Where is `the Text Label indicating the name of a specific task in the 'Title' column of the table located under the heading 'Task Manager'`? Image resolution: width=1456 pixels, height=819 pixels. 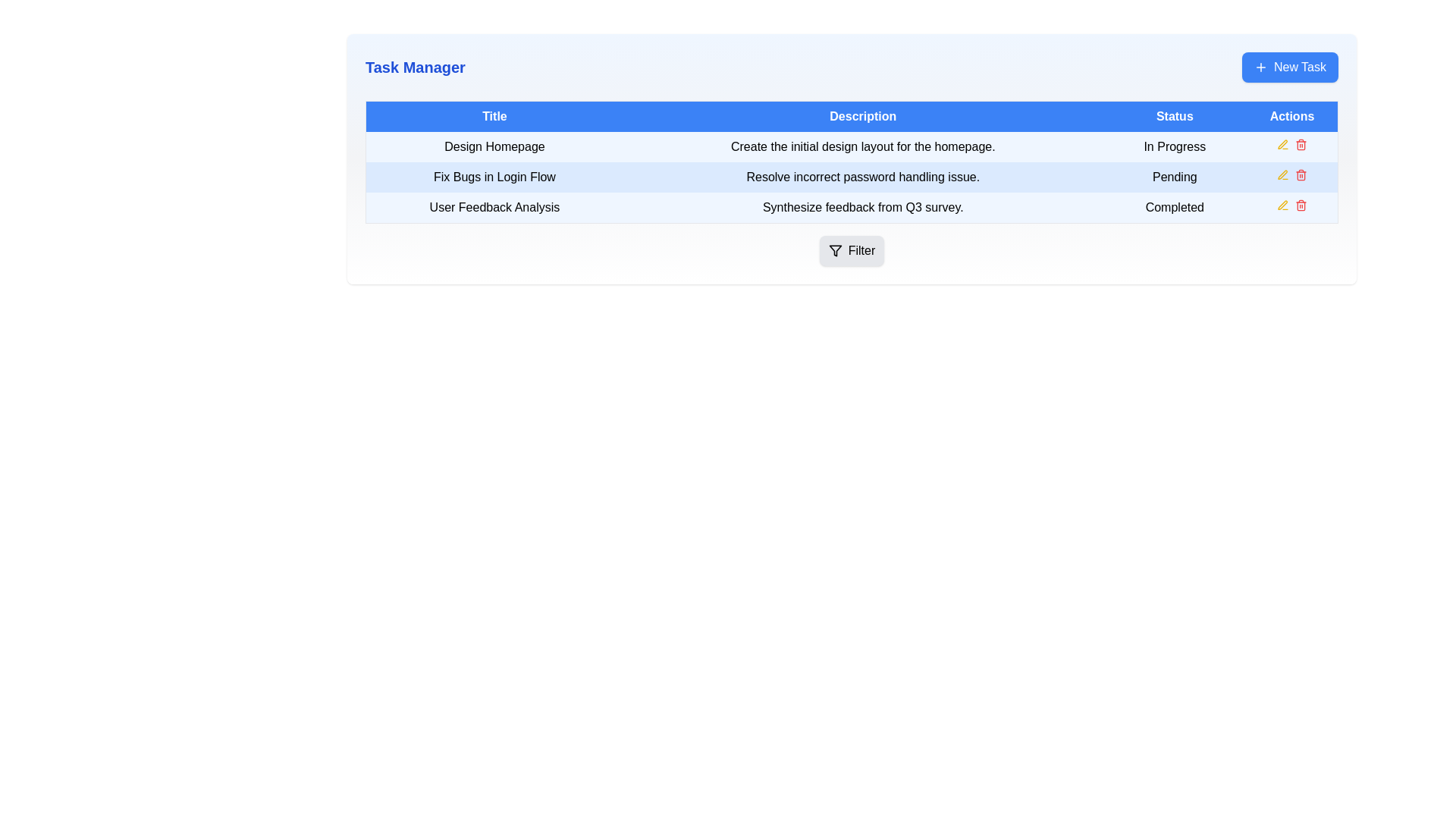
the Text Label indicating the name of a specific task in the 'Title' column of the table located under the heading 'Task Manager' is located at coordinates (494, 146).